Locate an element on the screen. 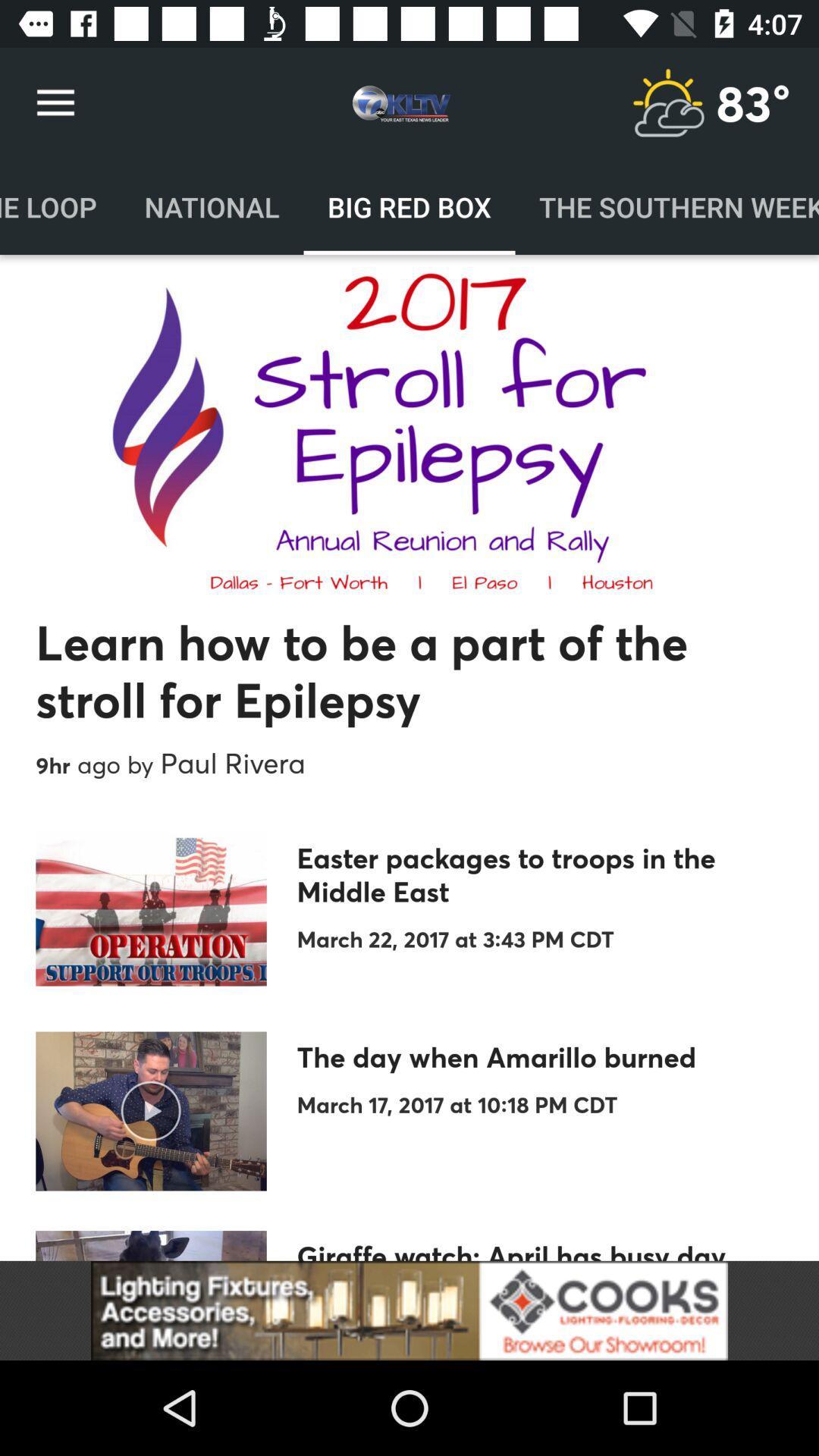  advertisements website is located at coordinates (409, 1310).